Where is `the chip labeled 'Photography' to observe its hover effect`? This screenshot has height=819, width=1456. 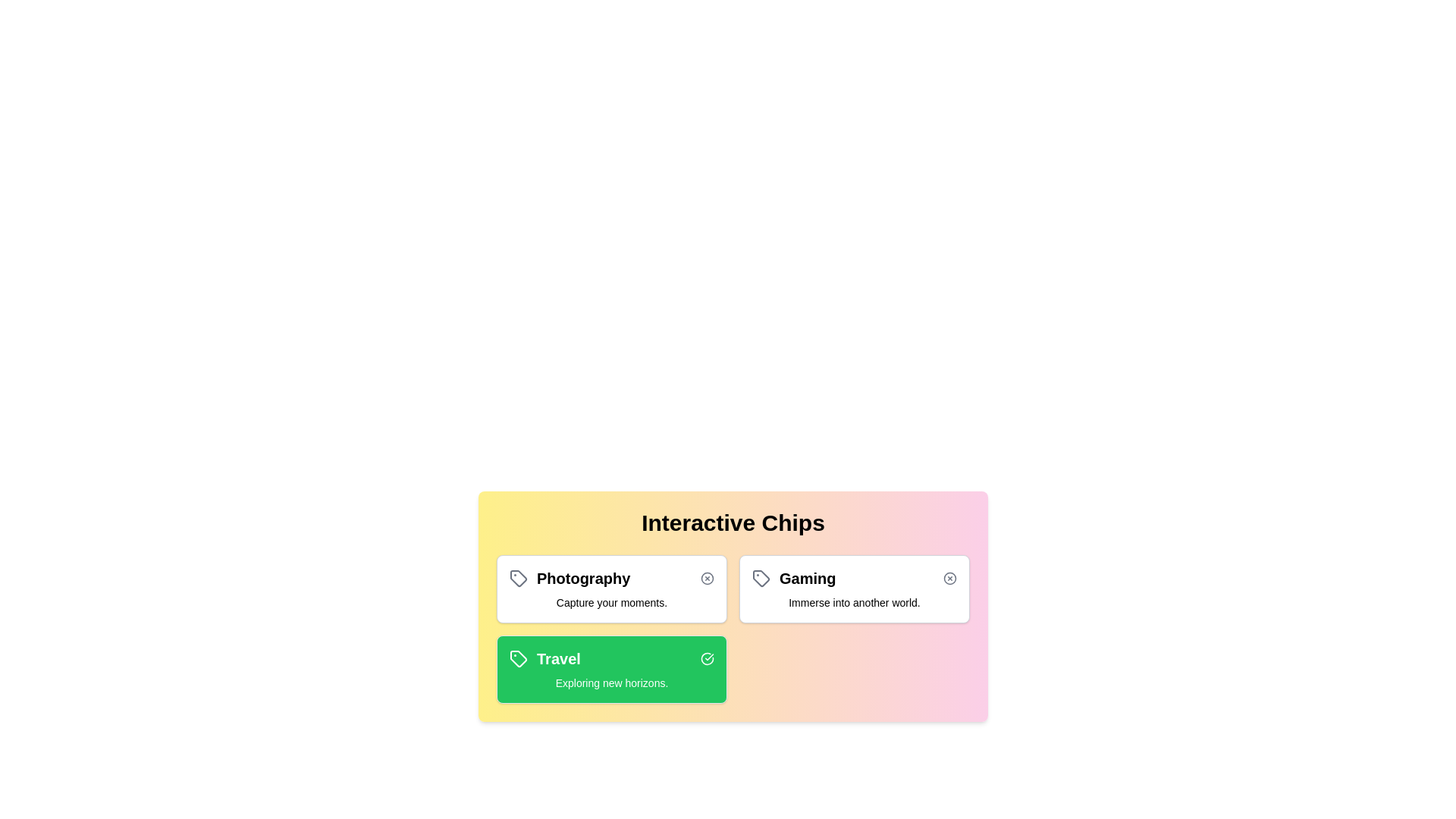 the chip labeled 'Photography' to observe its hover effect is located at coordinates (611, 588).